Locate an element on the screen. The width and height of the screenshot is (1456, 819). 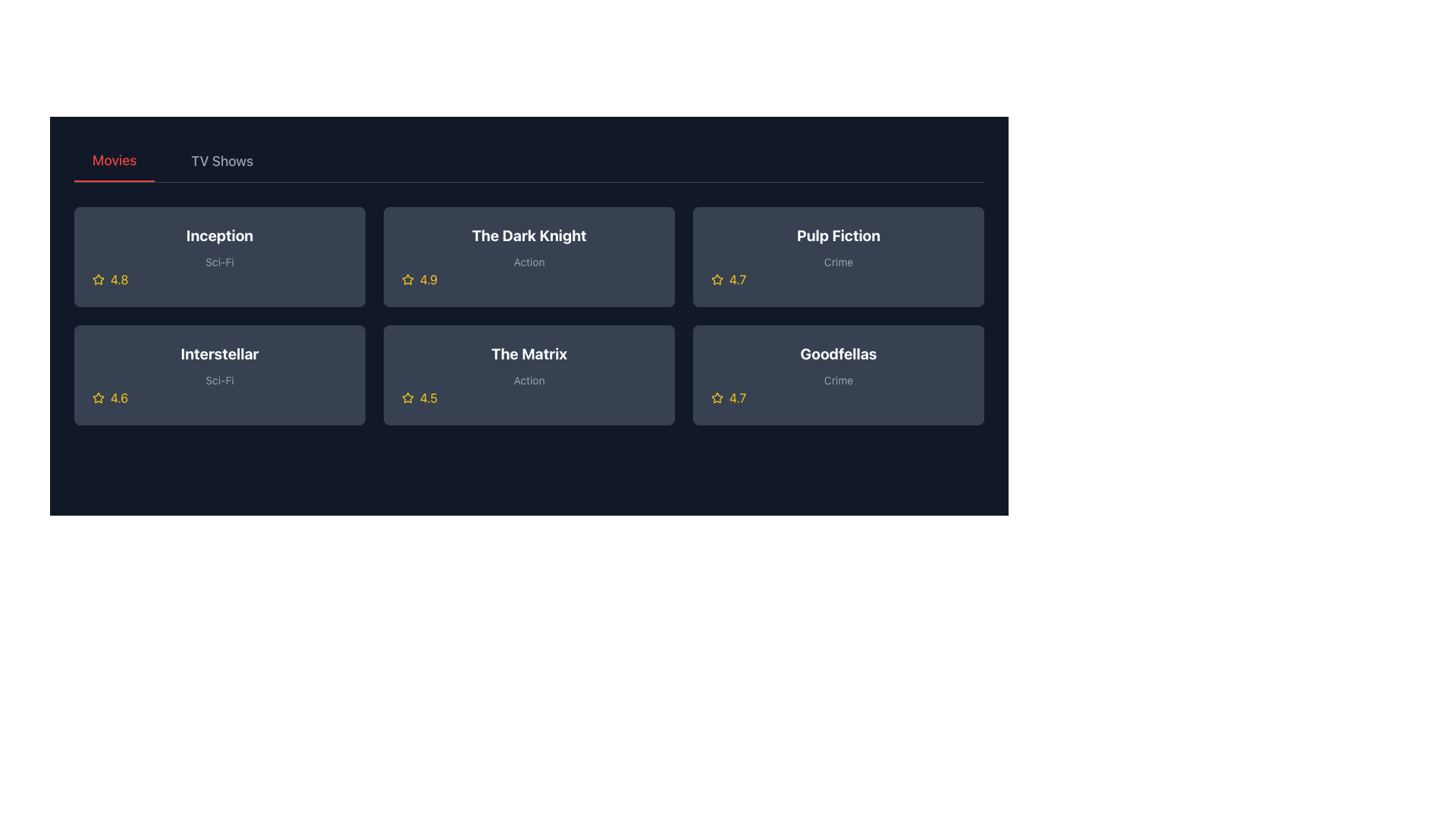
the star-shaped yellow icon representing the rating for the movie 'Inception' in the upper-left card of the grid layout in the 'Movies' section is located at coordinates (97, 280).